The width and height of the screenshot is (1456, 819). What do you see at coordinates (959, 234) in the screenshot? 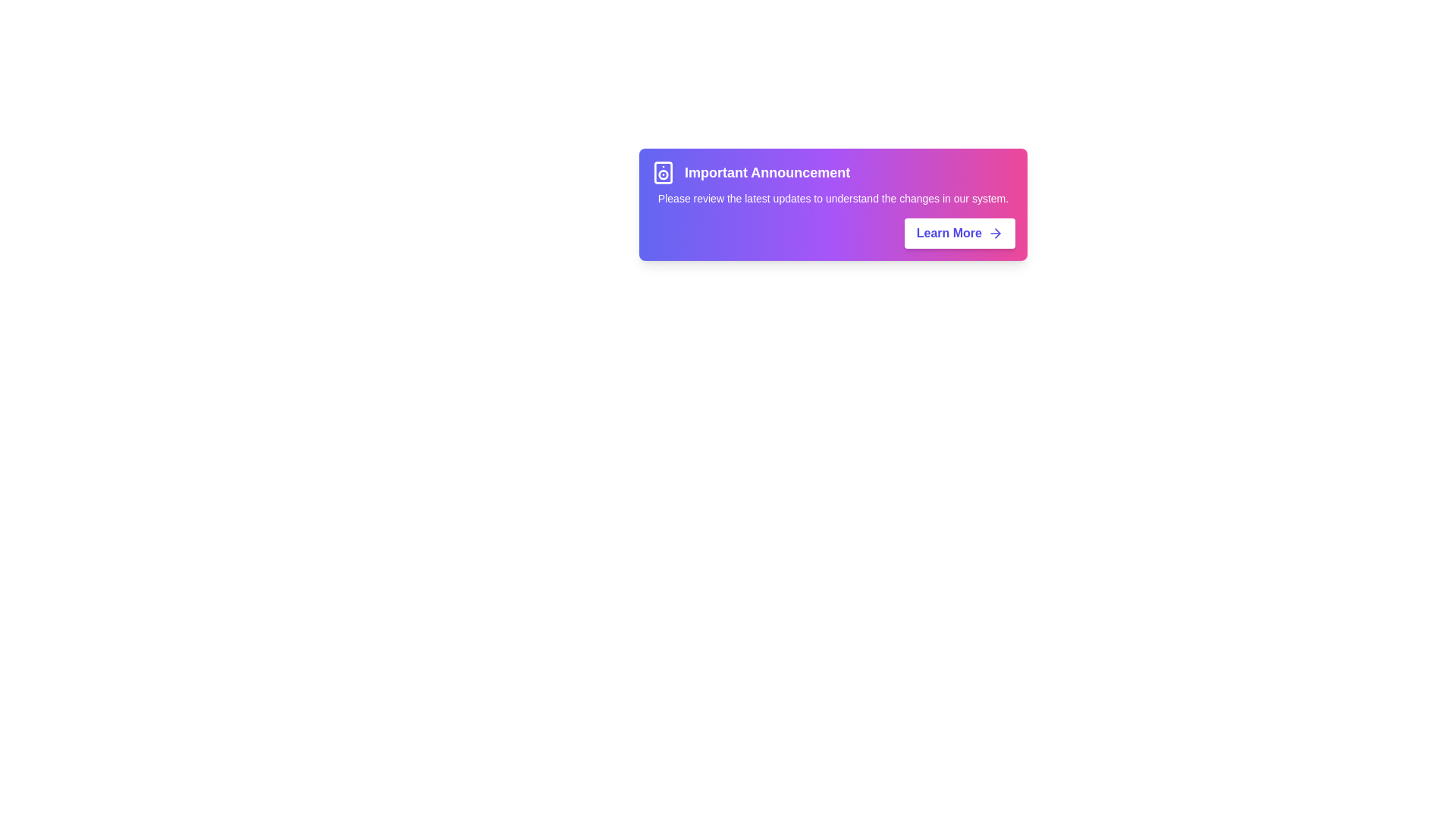
I see `the 'Learn More' button to navigate to more information` at bounding box center [959, 234].